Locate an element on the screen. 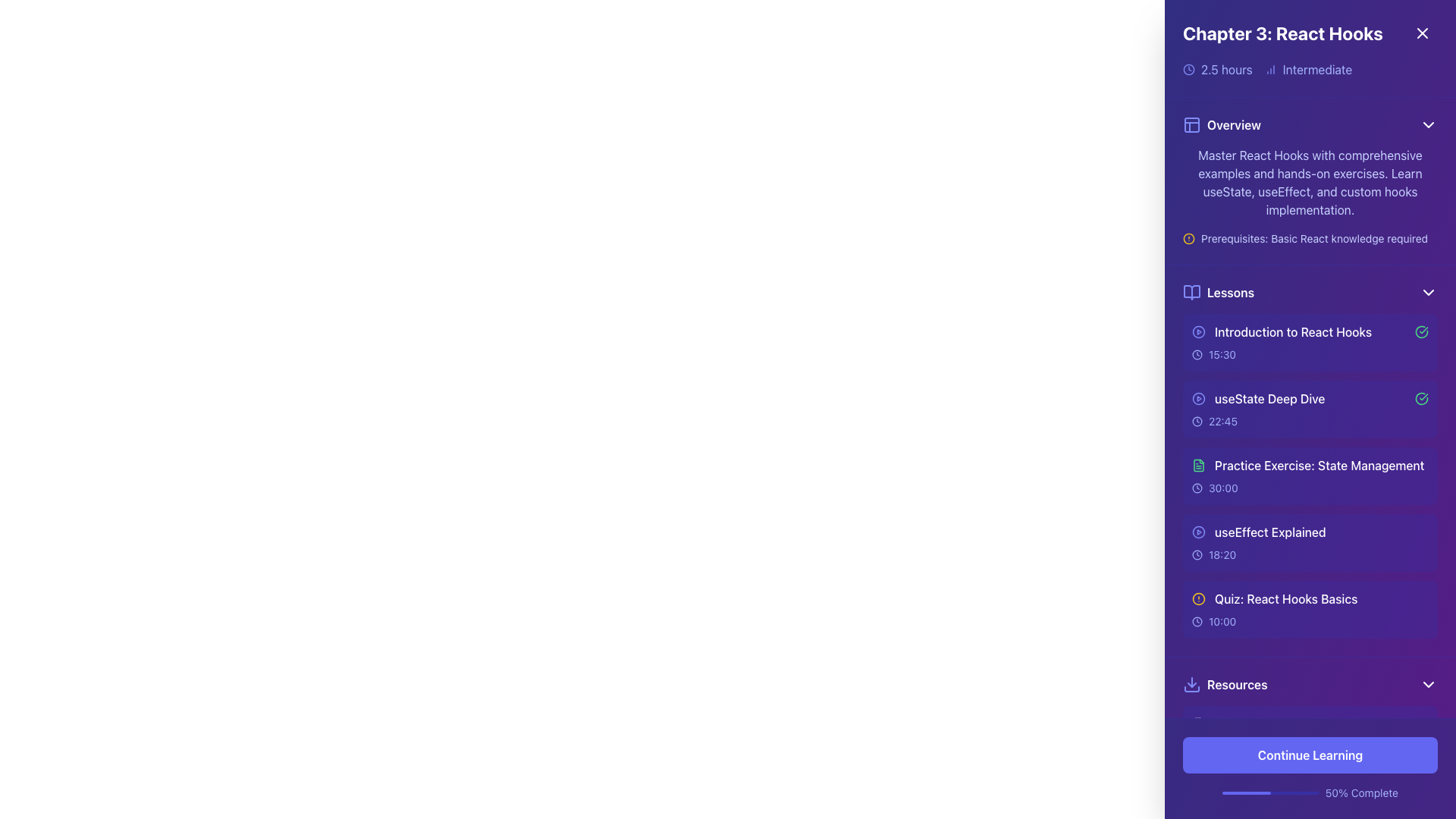  the 'Continue Learning' button, which is a rectangular button with indigo-blue gradient colors and white text, located in the bottom section of the right sidebar panel, above the '50% Complete' progress bar is located at coordinates (1310, 755).